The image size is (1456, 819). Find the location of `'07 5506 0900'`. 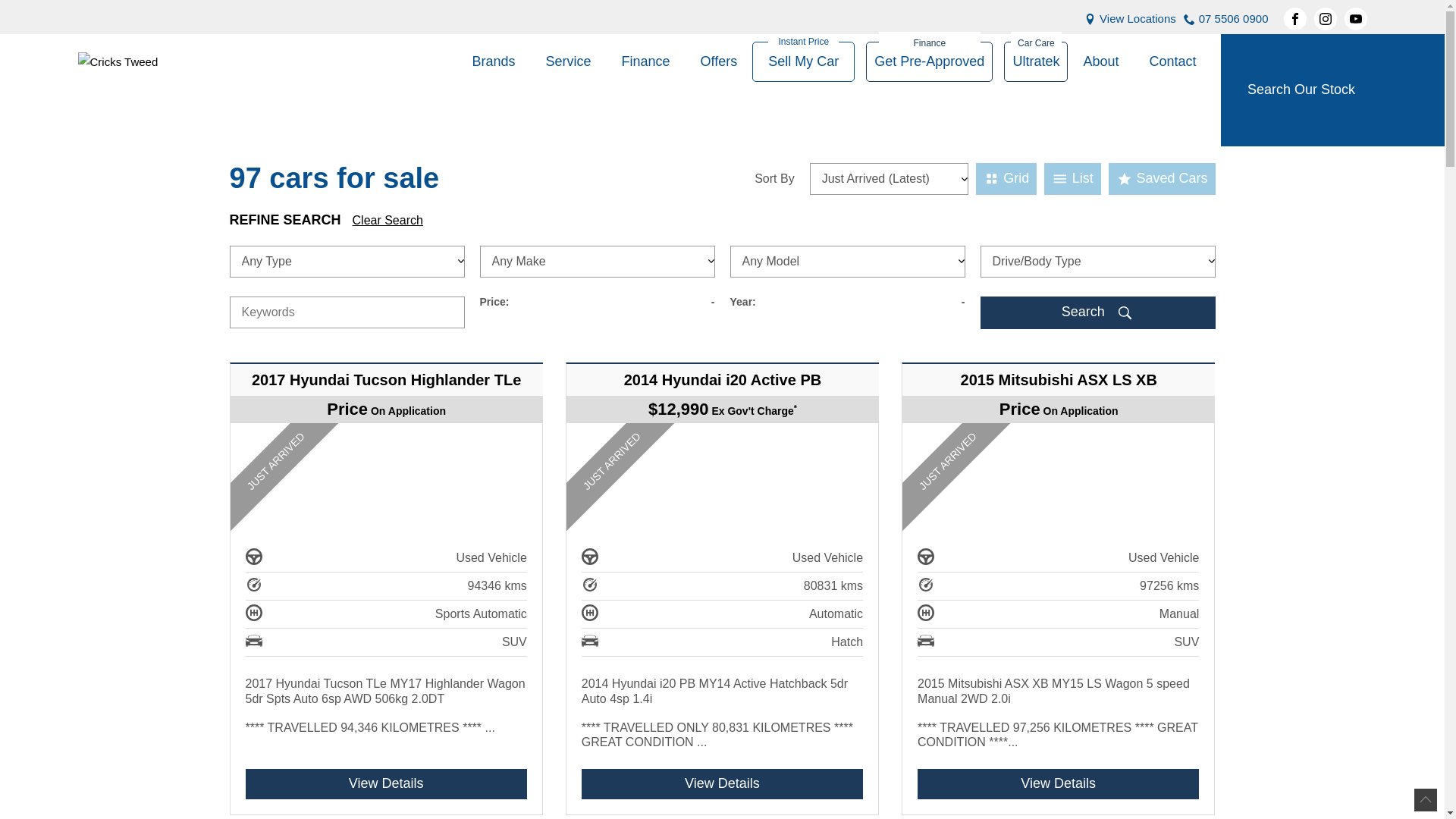

'07 5506 0900' is located at coordinates (1234, 18).